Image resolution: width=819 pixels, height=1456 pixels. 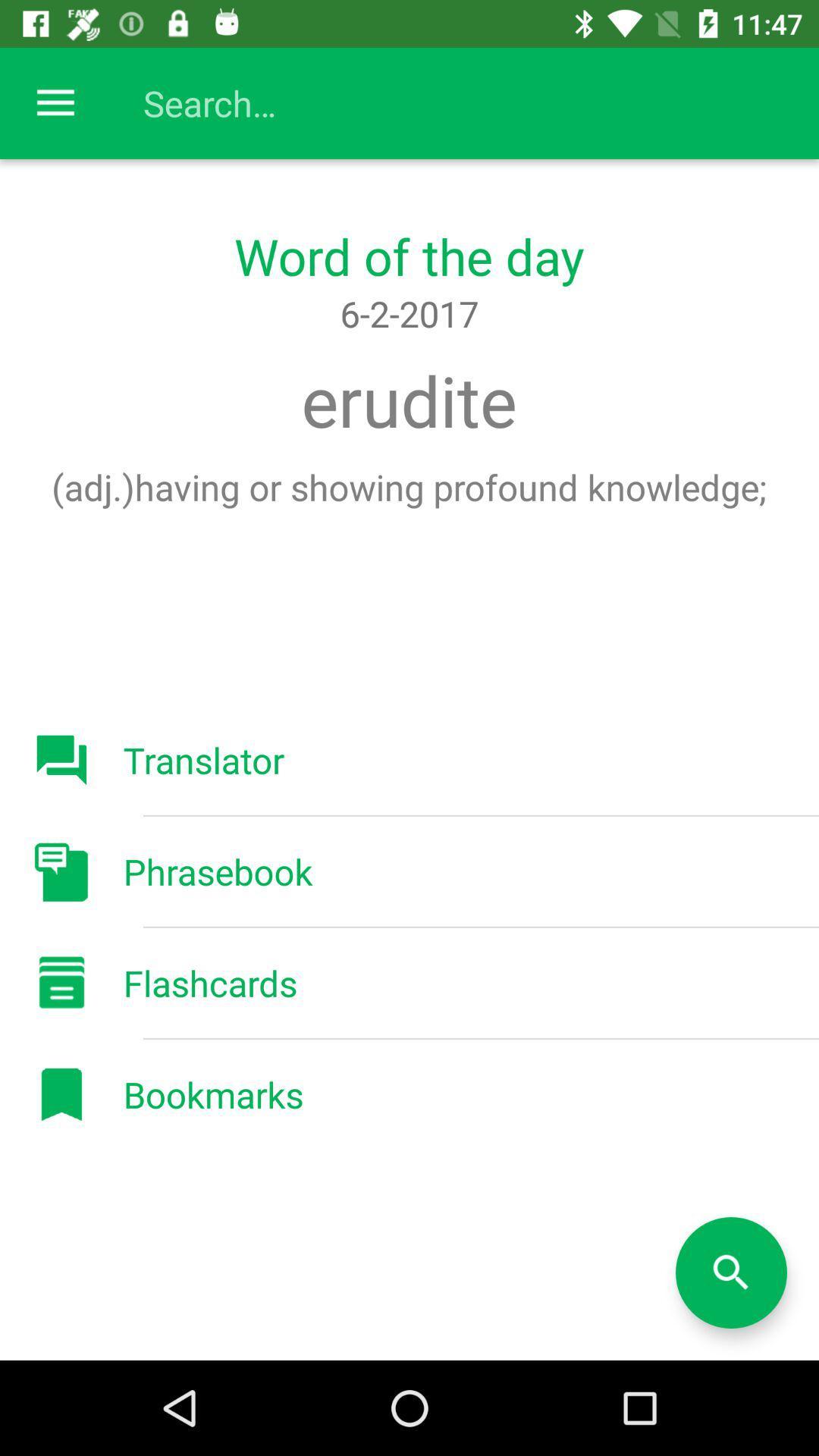 I want to click on the button which says translator, so click(x=61, y=760).